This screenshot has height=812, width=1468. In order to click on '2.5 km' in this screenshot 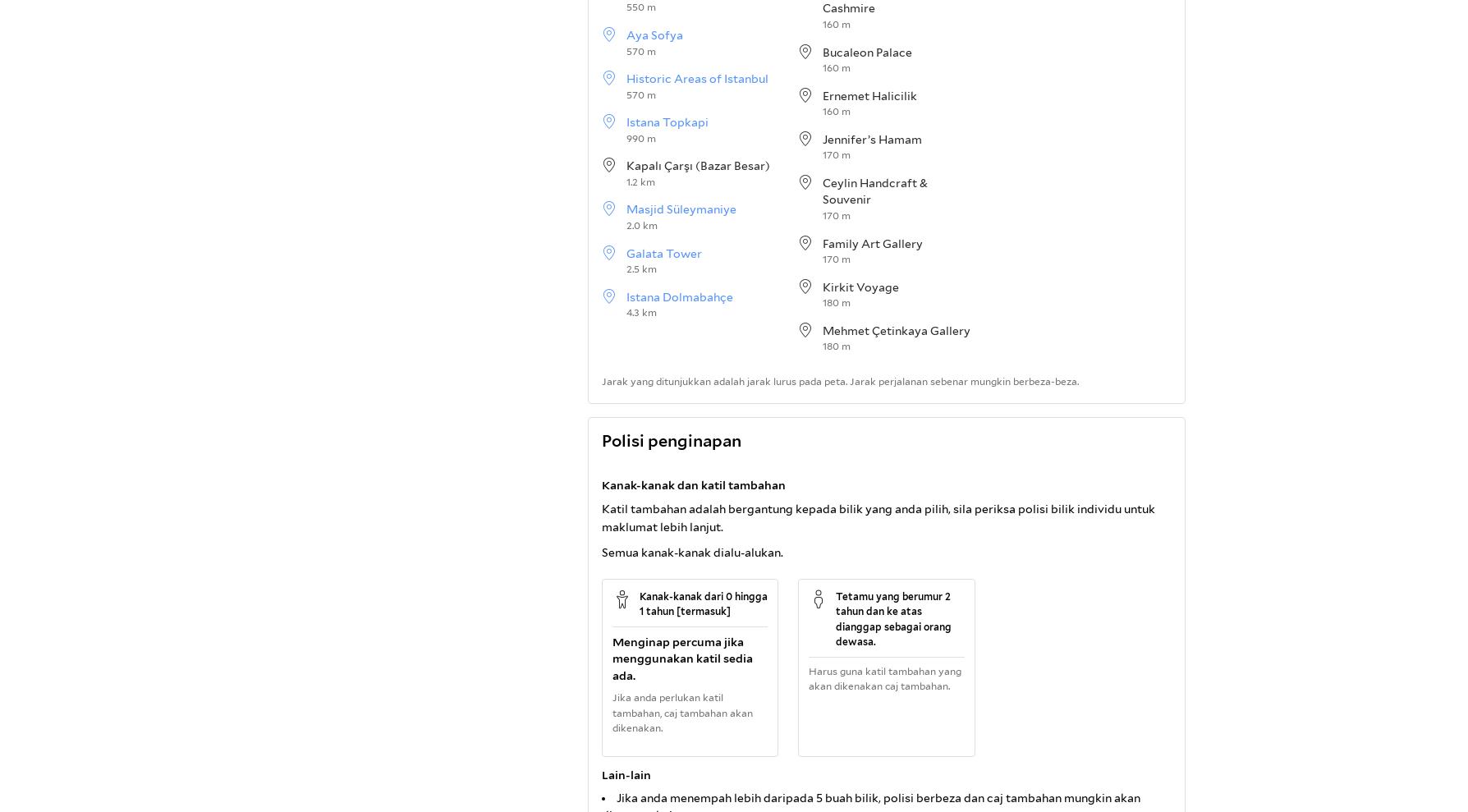, I will do `click(640, 268)`.